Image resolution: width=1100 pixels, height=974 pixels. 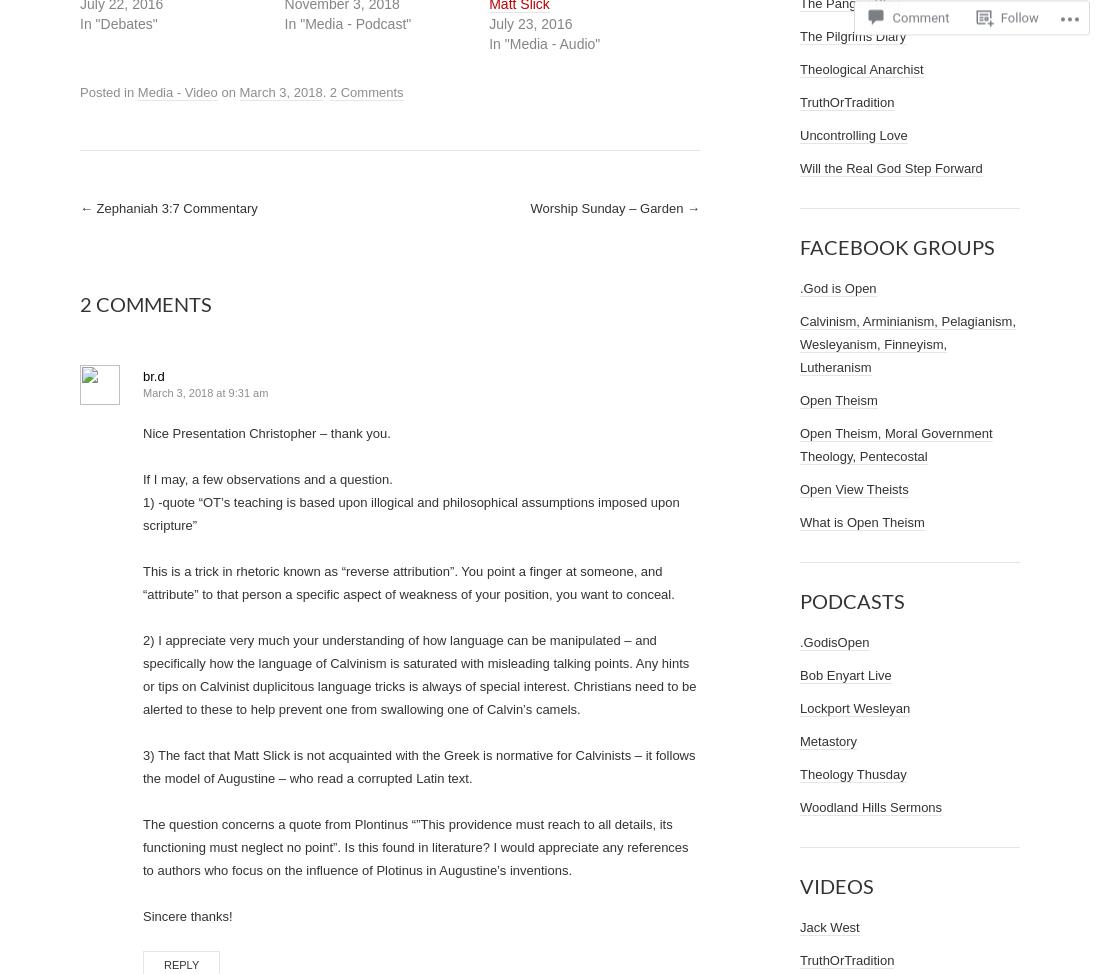 What do you see at coordinates (144, 302) in the screenshot?
I see `'2 comments'` at bounding box center [144, 302].